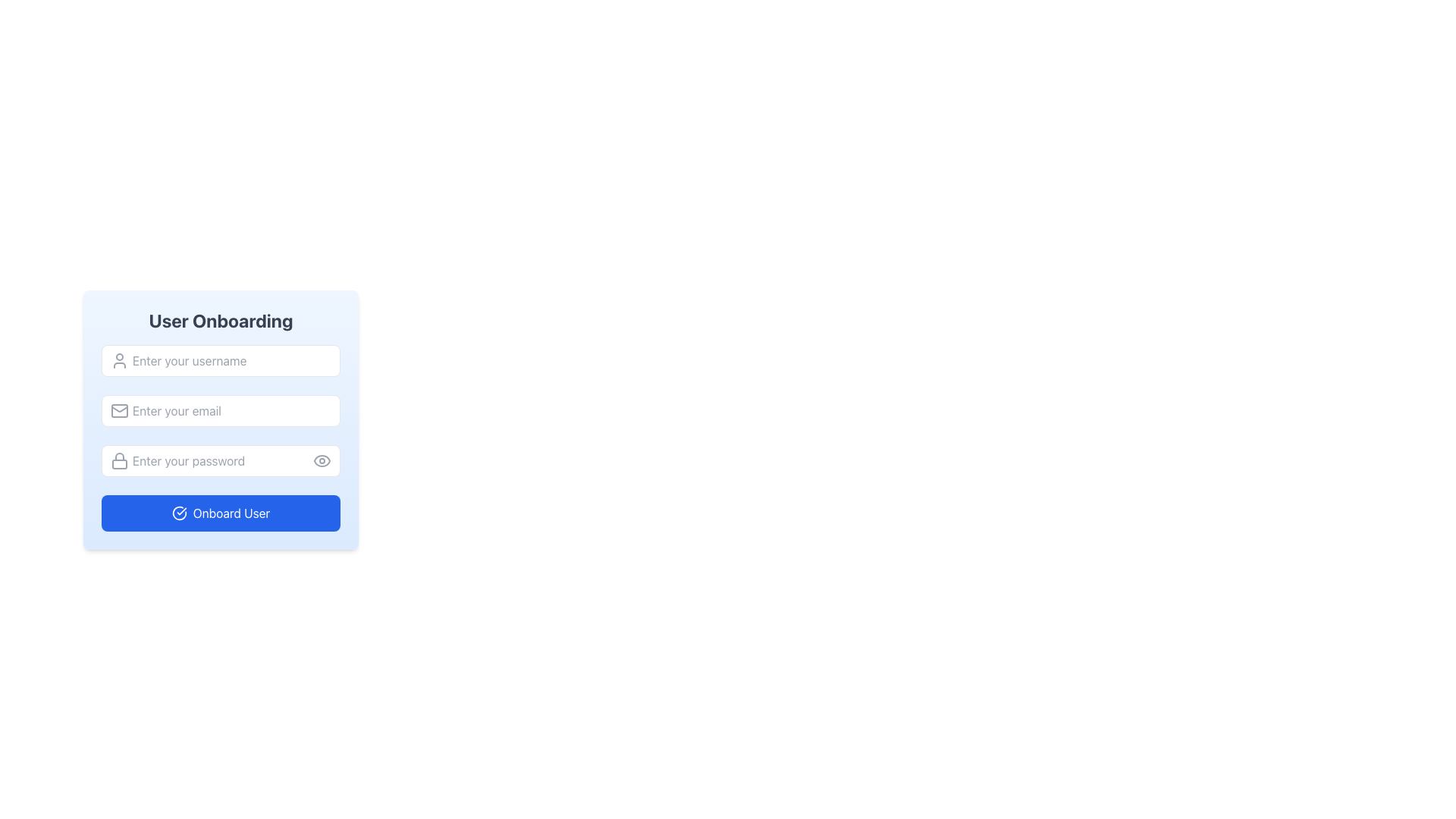 The width and height of the screenshot is (1456, 819). I want to click on the small gray user icon located to the far left inside the username input field in the 'User Onboarding' section, so click(119, 360).